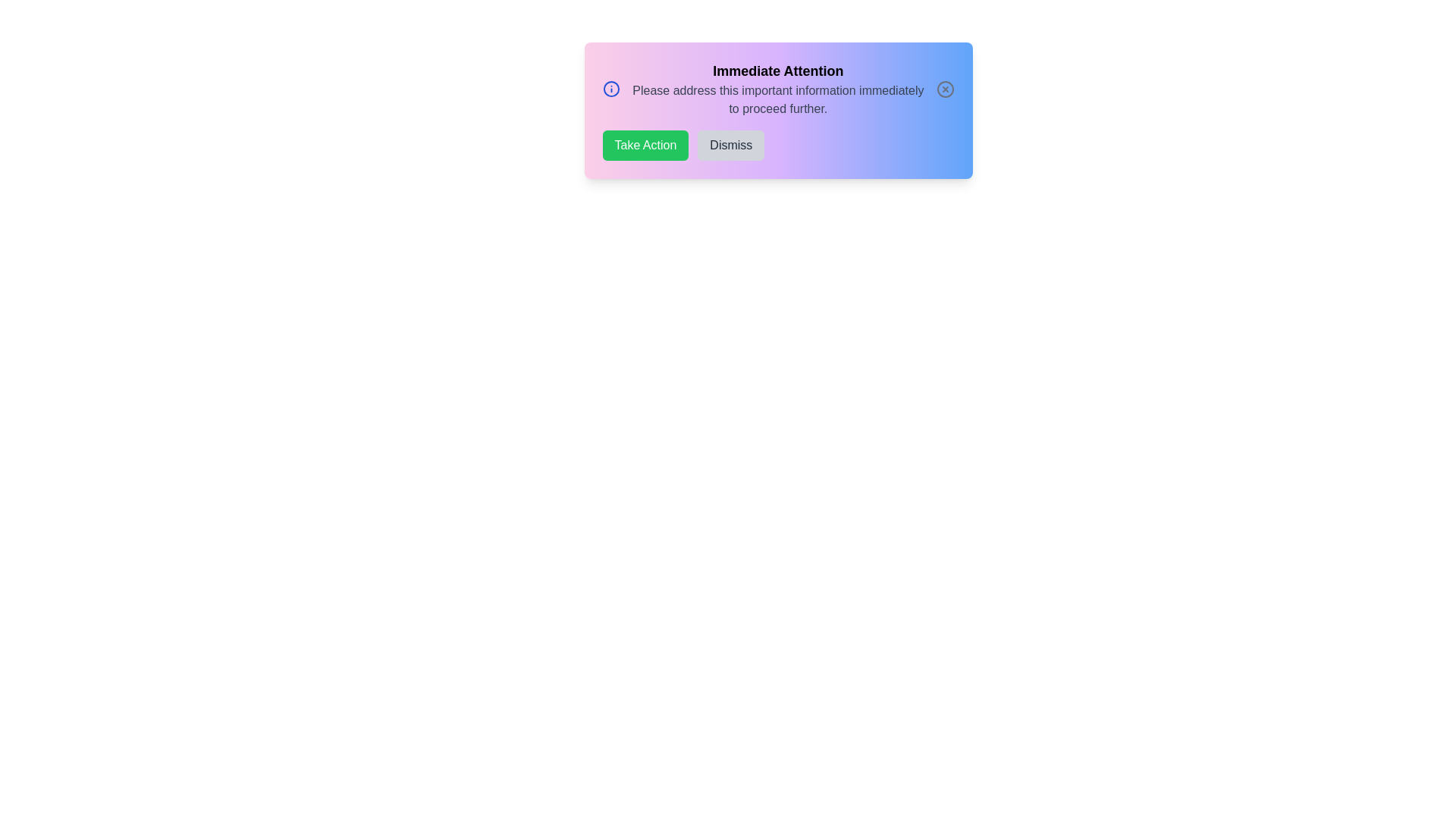 The image size is (1456, 819). What do you see at coordinates (645, 146) in the screenshot?
I see `the button labeled Take Action to view its hover effect` at bounding box center [645, 146].